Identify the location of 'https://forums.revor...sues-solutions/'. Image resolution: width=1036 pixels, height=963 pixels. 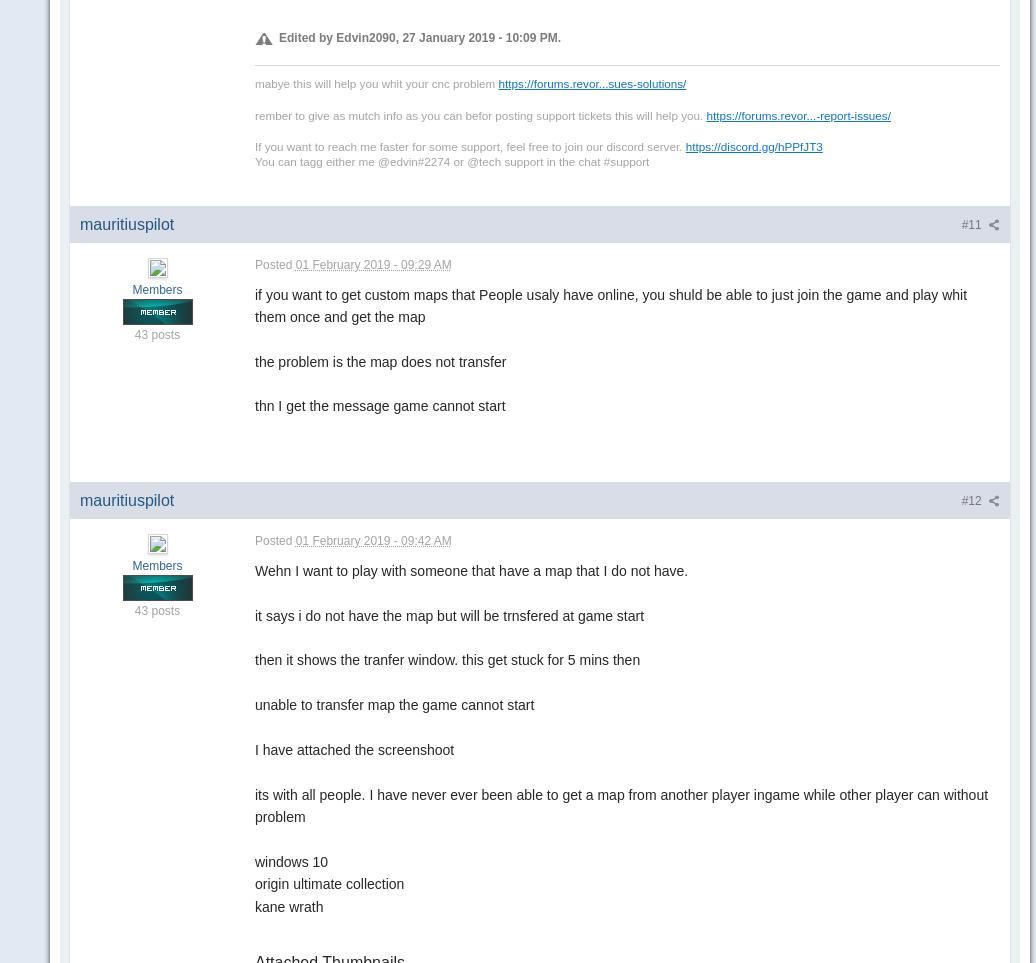
(591, 83).